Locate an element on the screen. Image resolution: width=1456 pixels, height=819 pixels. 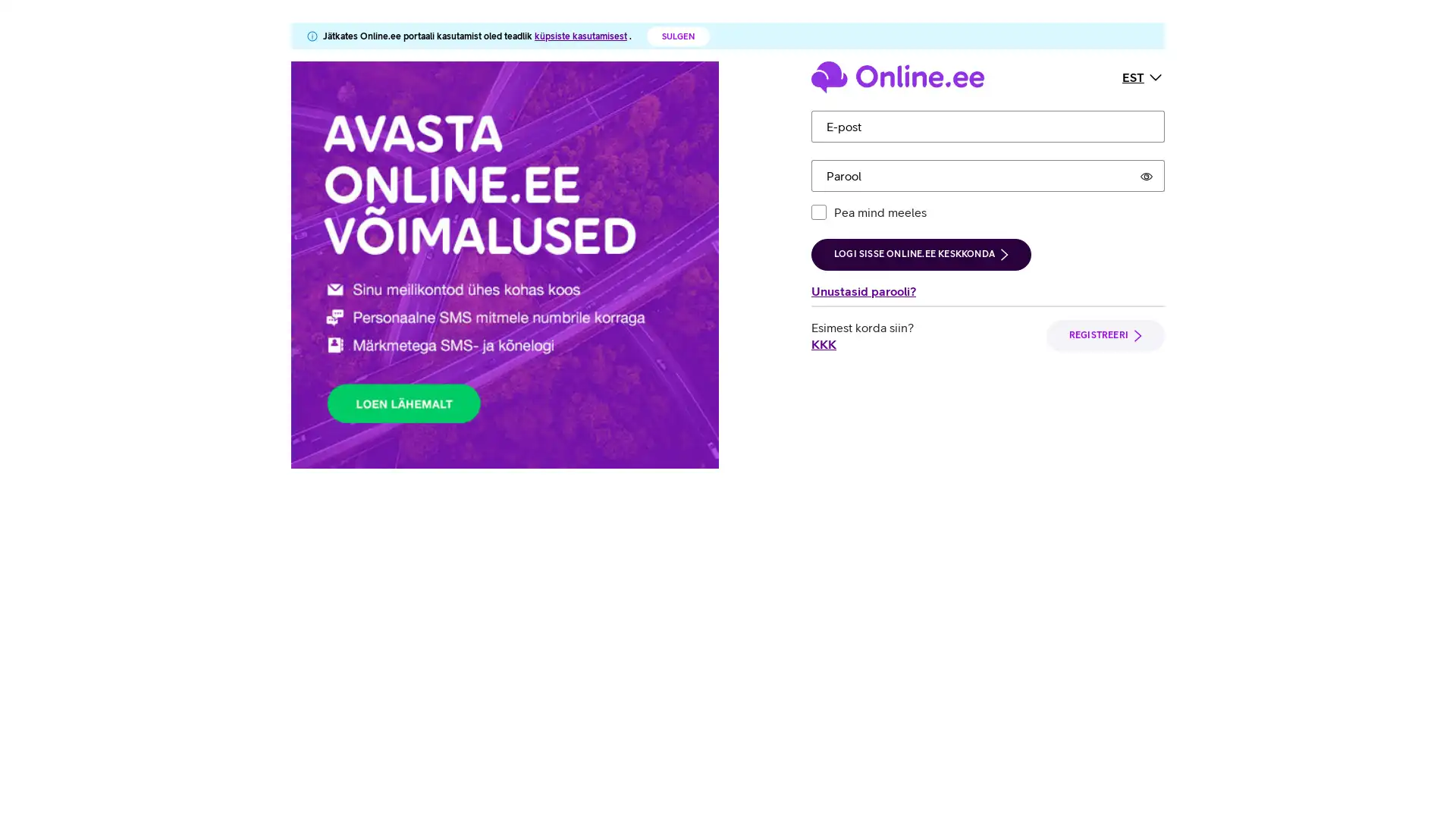
SULGEN is located at coordinates (677, 35).